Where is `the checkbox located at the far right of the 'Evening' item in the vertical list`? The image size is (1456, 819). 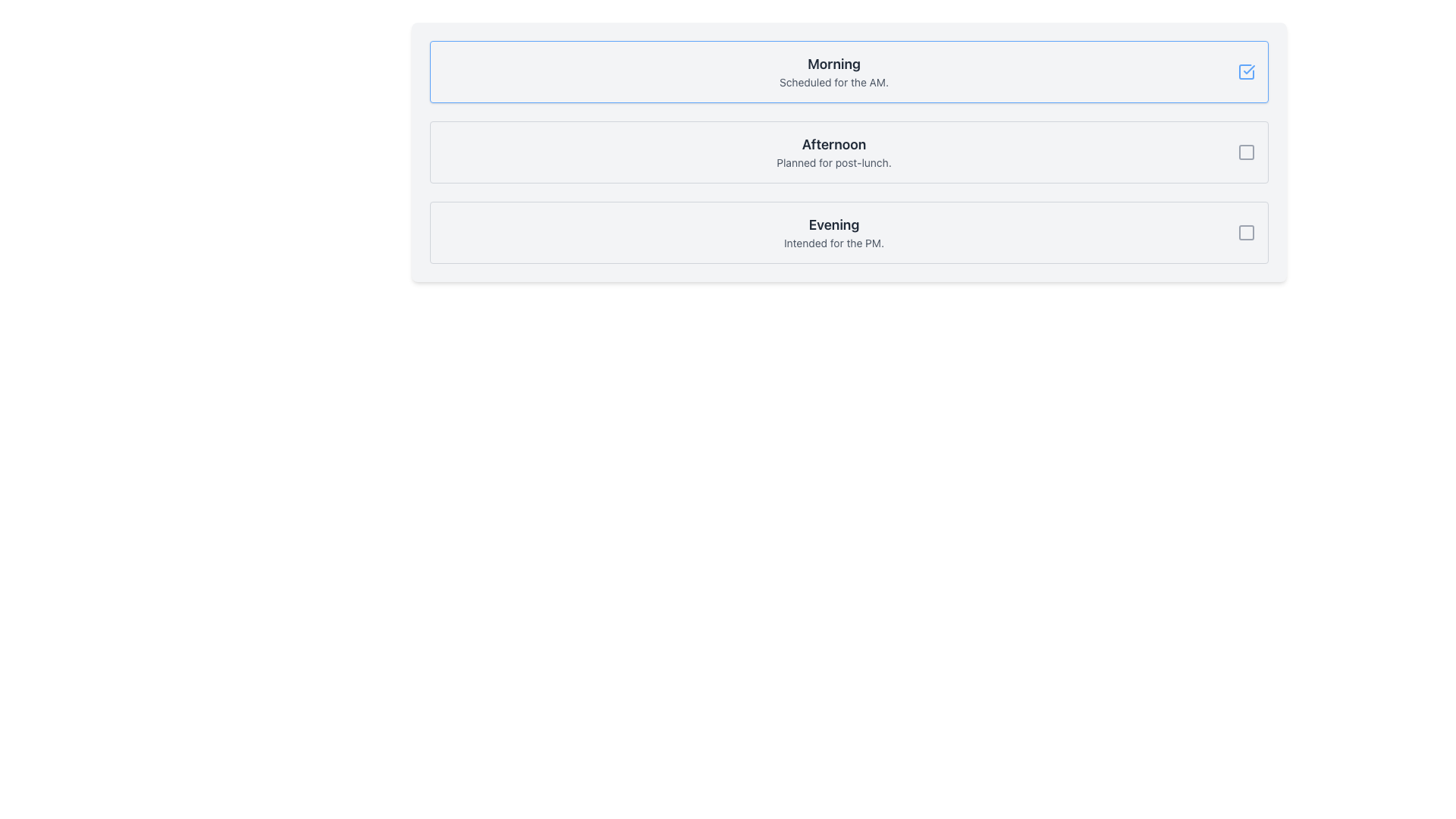 the checkbox located at the far right of the 'Evening' item in the vertical list is located at coordinates (1246, 233).